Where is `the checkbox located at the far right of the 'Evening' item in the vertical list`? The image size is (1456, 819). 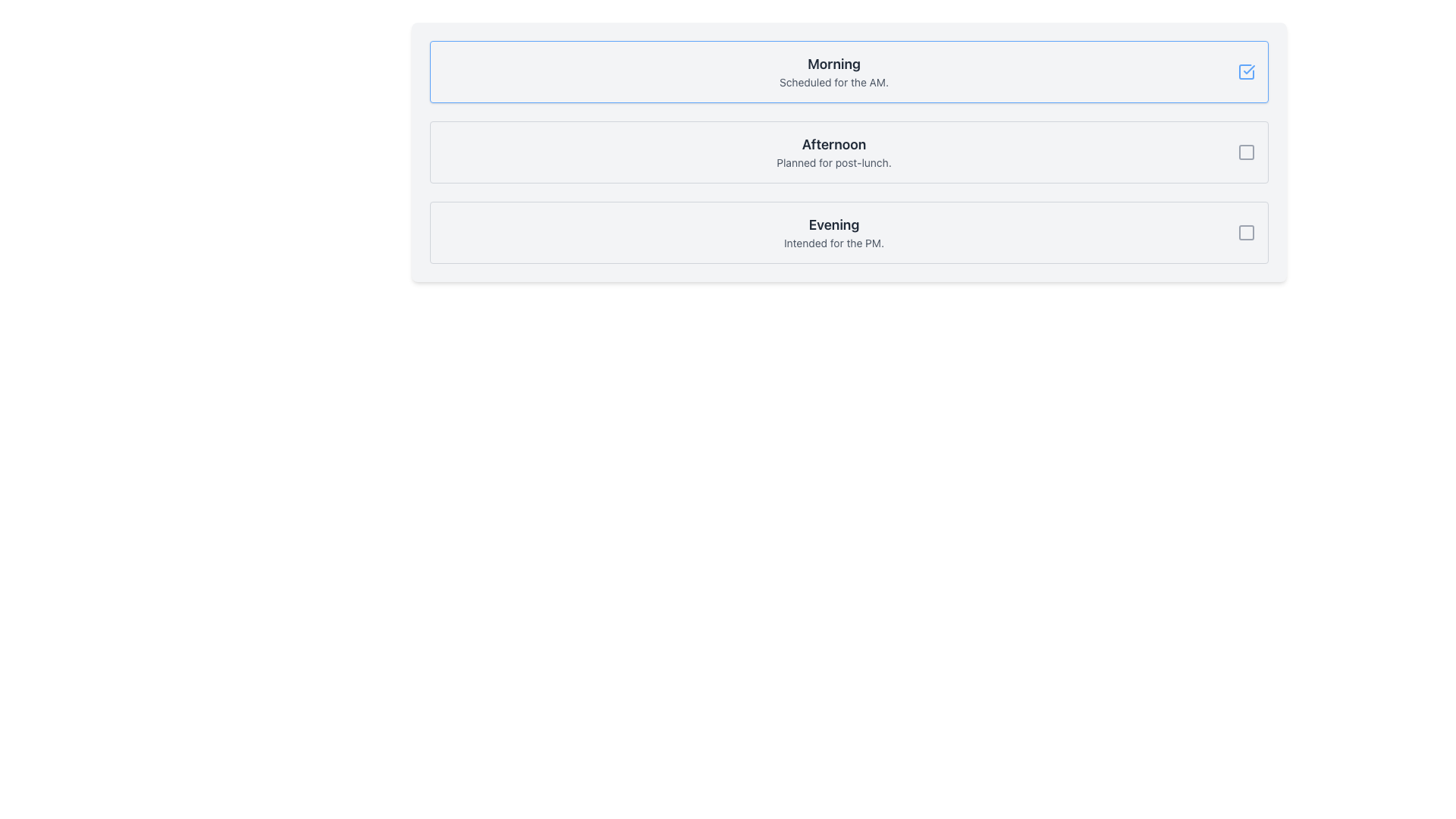 the checkbox located at the far right of the 'Evening' item in the vertical list is located at coordinates (1246, 233).